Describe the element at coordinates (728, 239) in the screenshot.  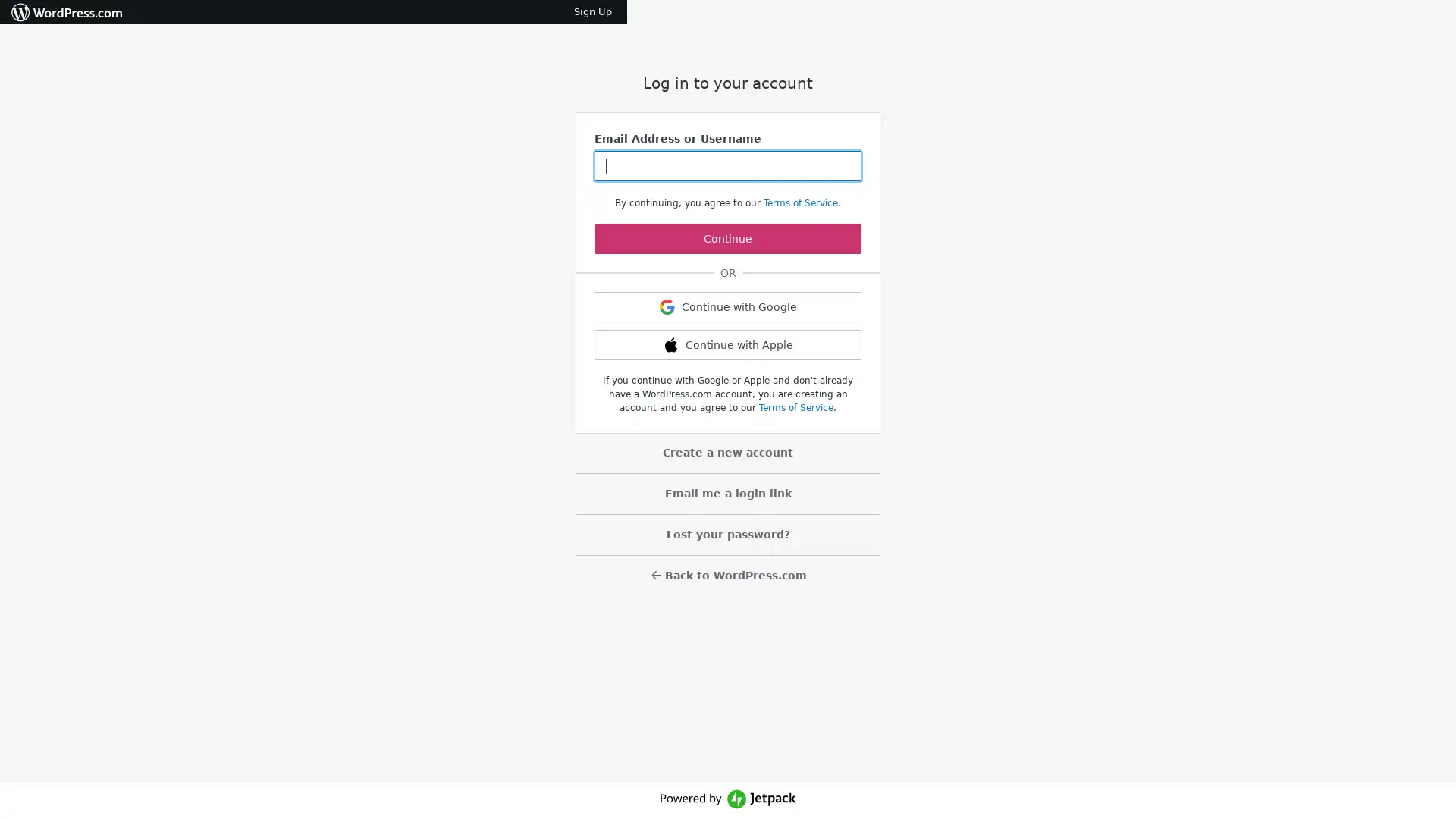
I see `Continue` at that location.